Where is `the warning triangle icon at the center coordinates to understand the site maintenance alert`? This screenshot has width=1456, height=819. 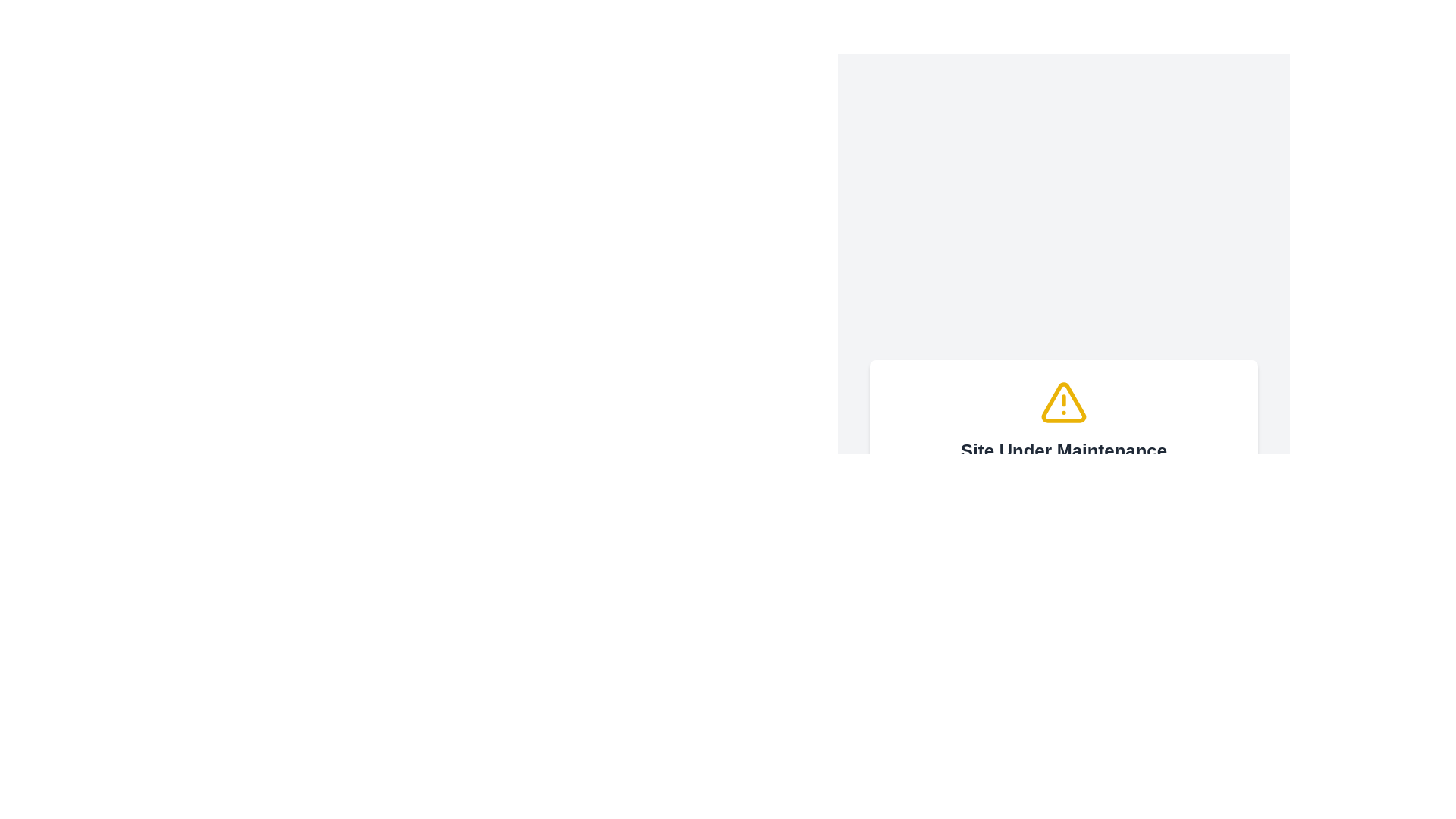 the warning triangle icon at the center coordinates to understand the site maintenance alert is located at coordinates (1062, 401).